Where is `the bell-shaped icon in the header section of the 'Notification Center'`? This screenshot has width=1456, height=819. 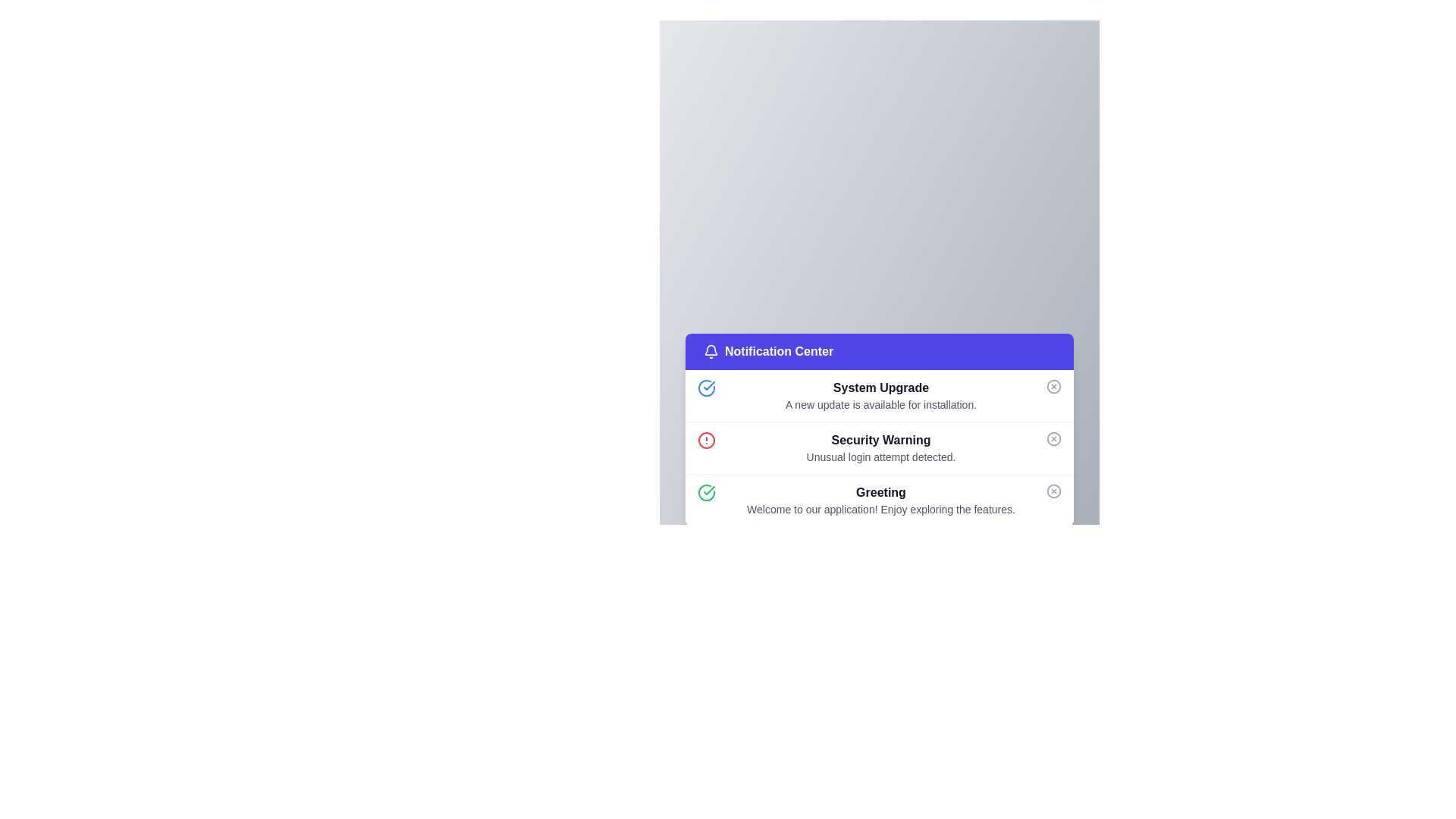
the bell-shaped icon in the header section of the 'Notification Center' is located at coordinates (710, 351).